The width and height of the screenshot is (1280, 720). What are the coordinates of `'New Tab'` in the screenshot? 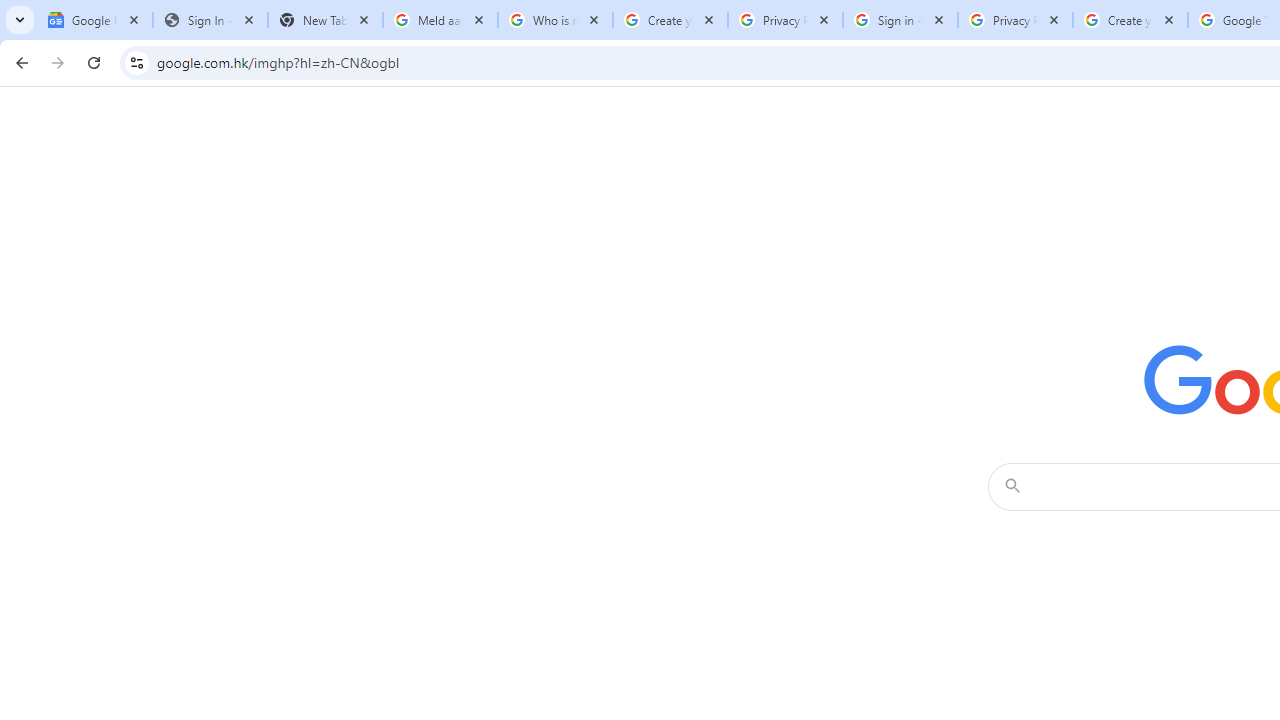 It's located at (325, 20).